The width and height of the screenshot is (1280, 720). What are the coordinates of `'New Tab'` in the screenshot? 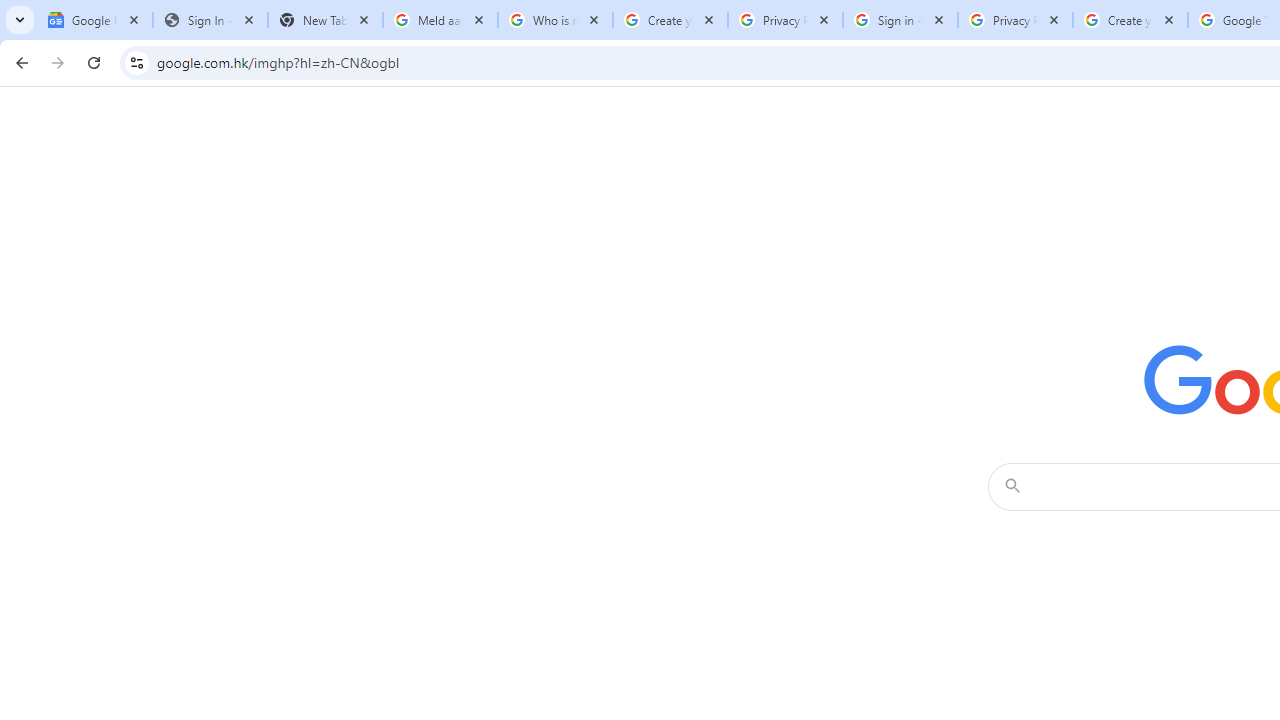 It's located at (325, 20).